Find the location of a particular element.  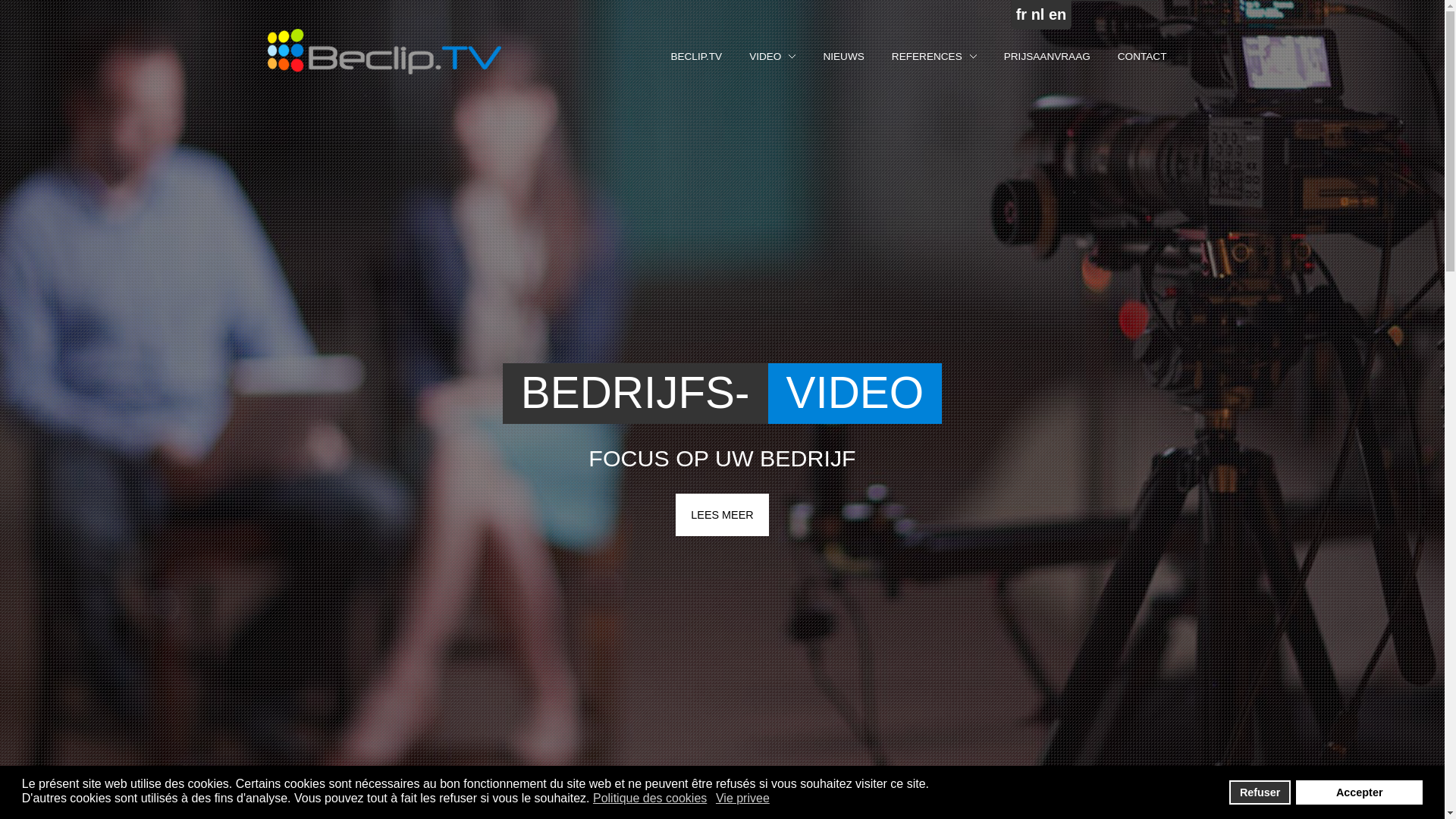

'NIEUWS' is located at coordinates (821, 55).